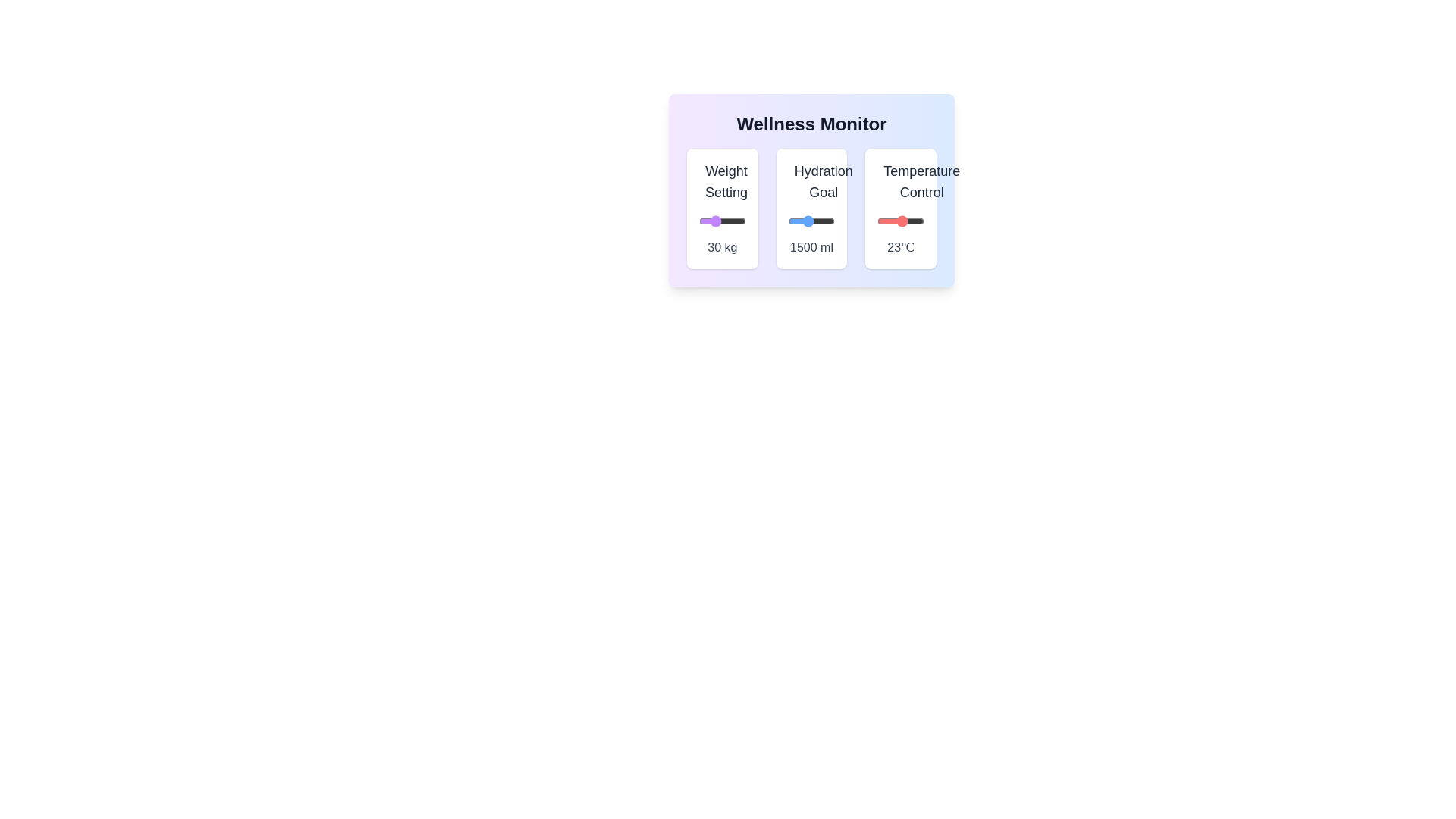  What do you see at coordinates (708, 221) in the screenshot?
I see `the weight setting` at bounding box center [708, 221].